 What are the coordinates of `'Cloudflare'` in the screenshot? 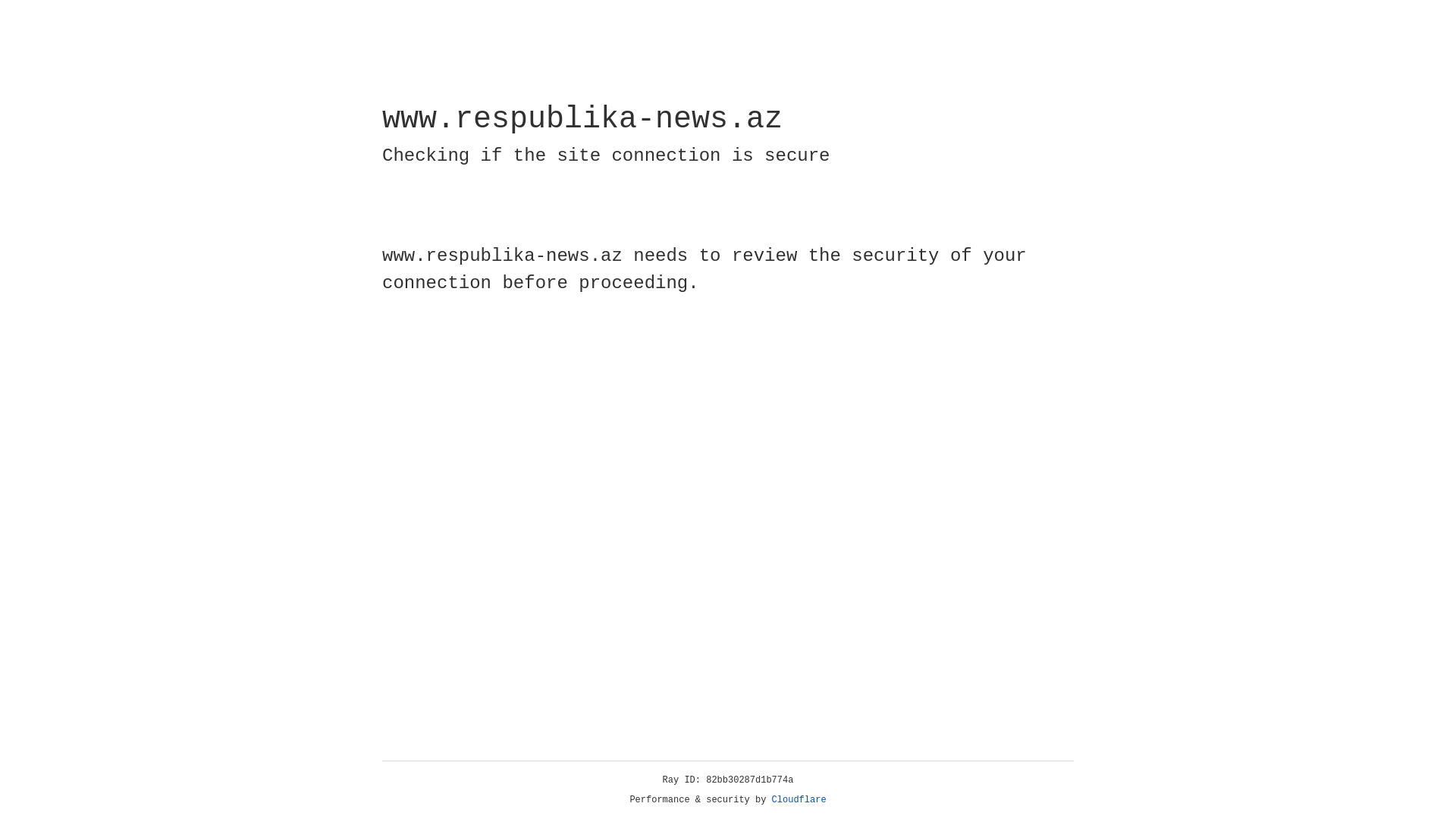 It's located at (799, 799).